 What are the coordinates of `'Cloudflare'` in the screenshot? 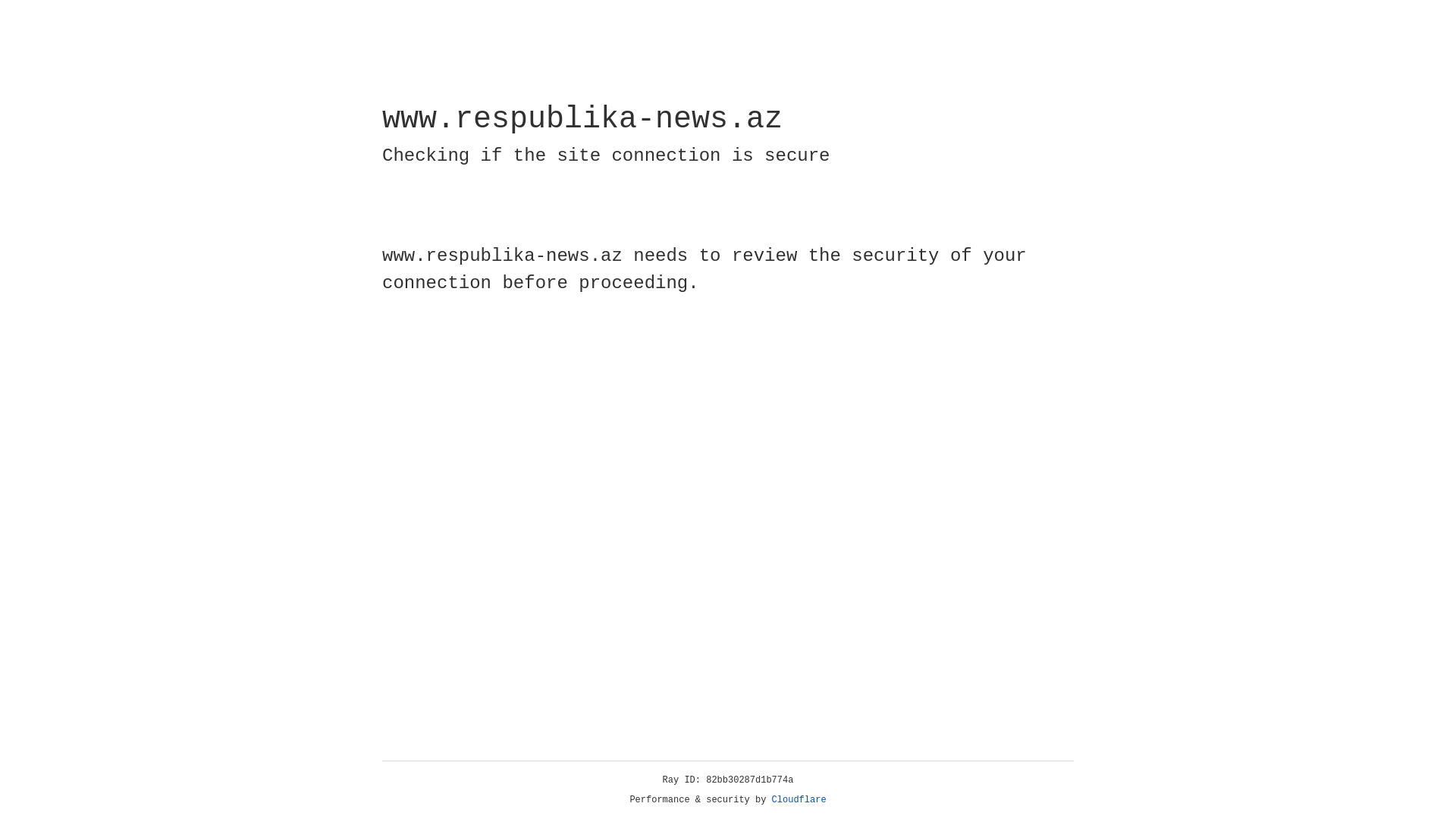 It's located at (799, 799).